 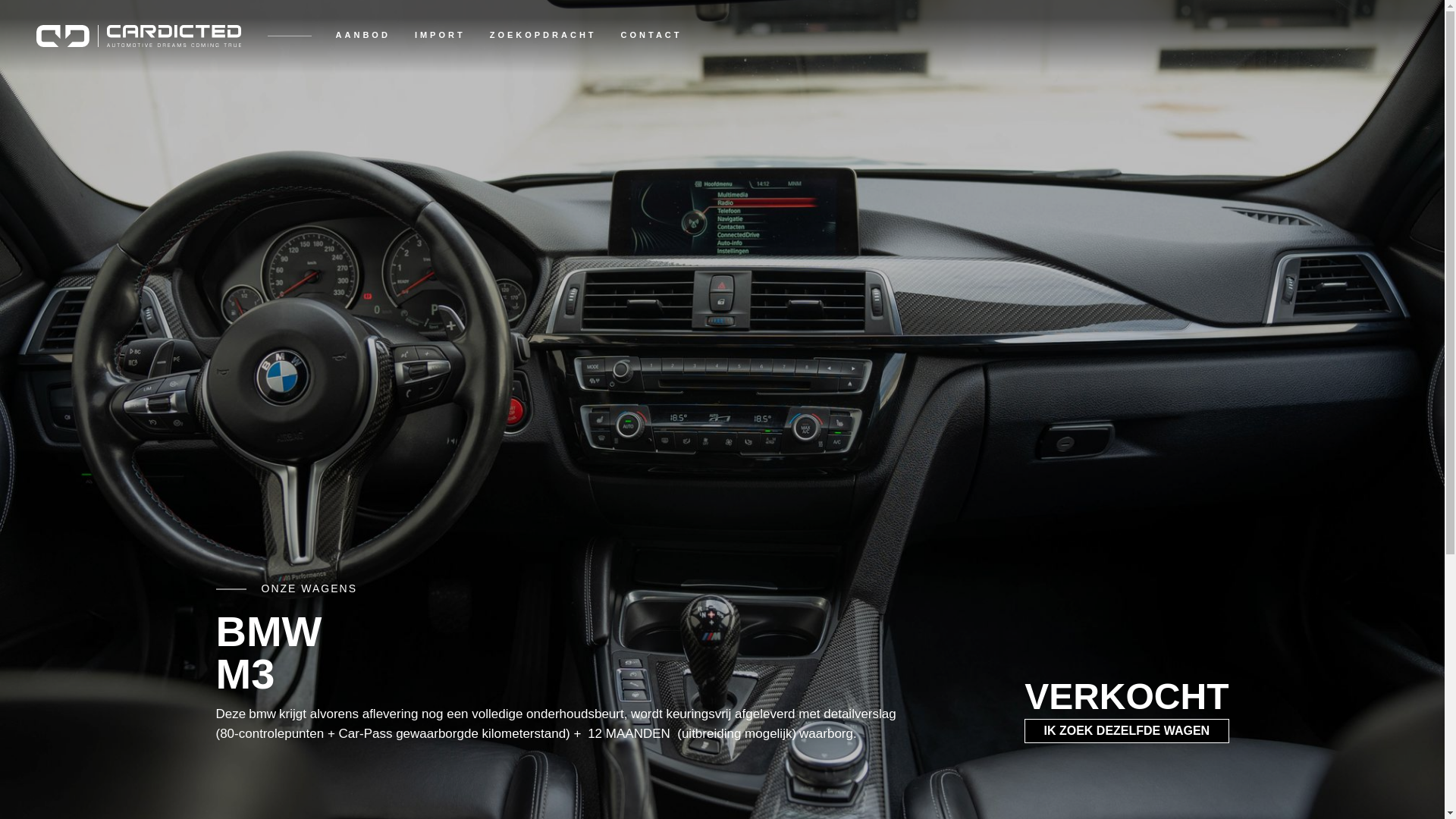 I want to click on 'AANBOD', so click(x=362, y=35).